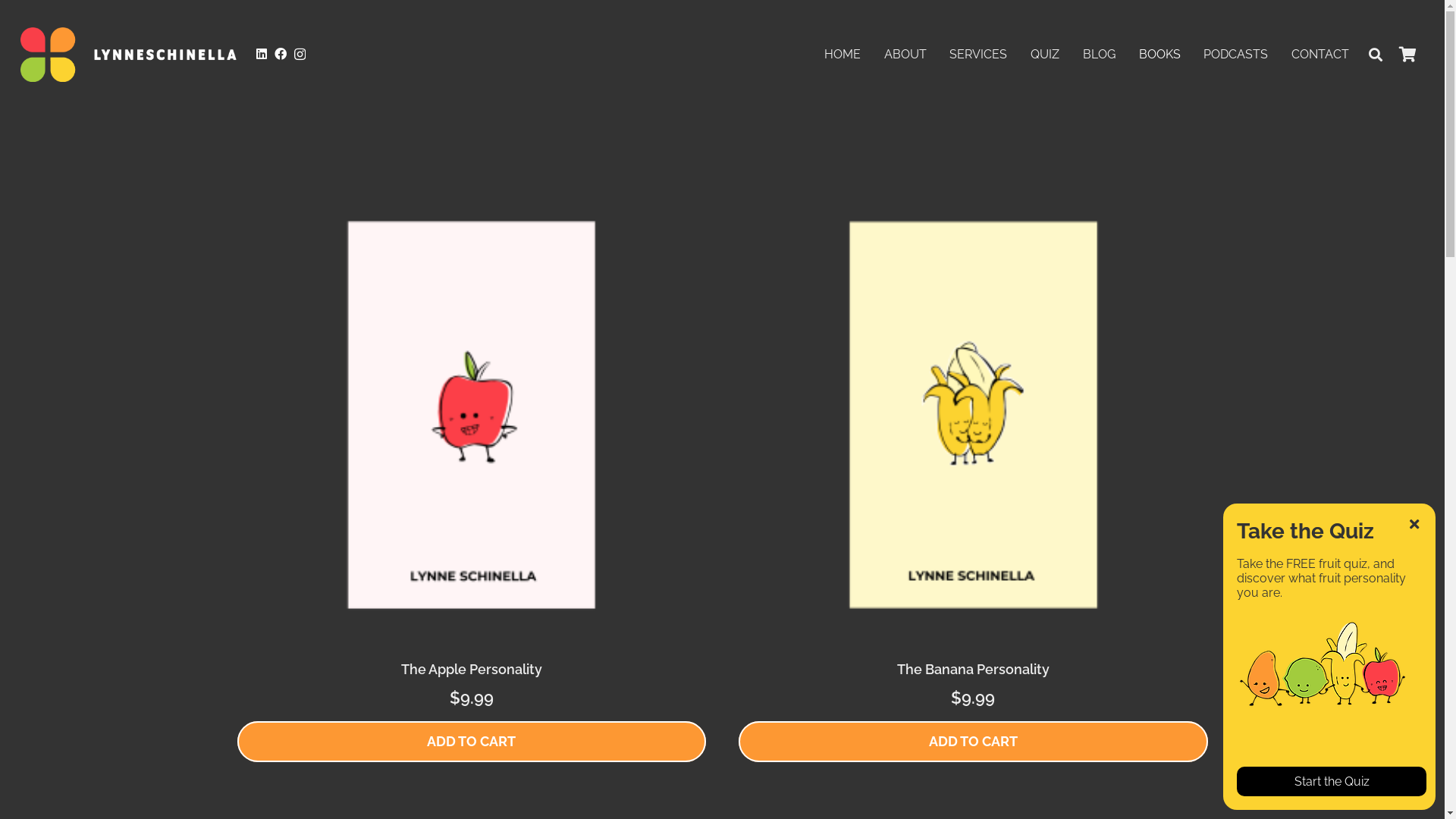 This screenshot has width=1456, height=819. What do you see at coordinates (1044, 54) in the screenshot?
I see `'QUIZ'` at bounding box center [1044, 54].